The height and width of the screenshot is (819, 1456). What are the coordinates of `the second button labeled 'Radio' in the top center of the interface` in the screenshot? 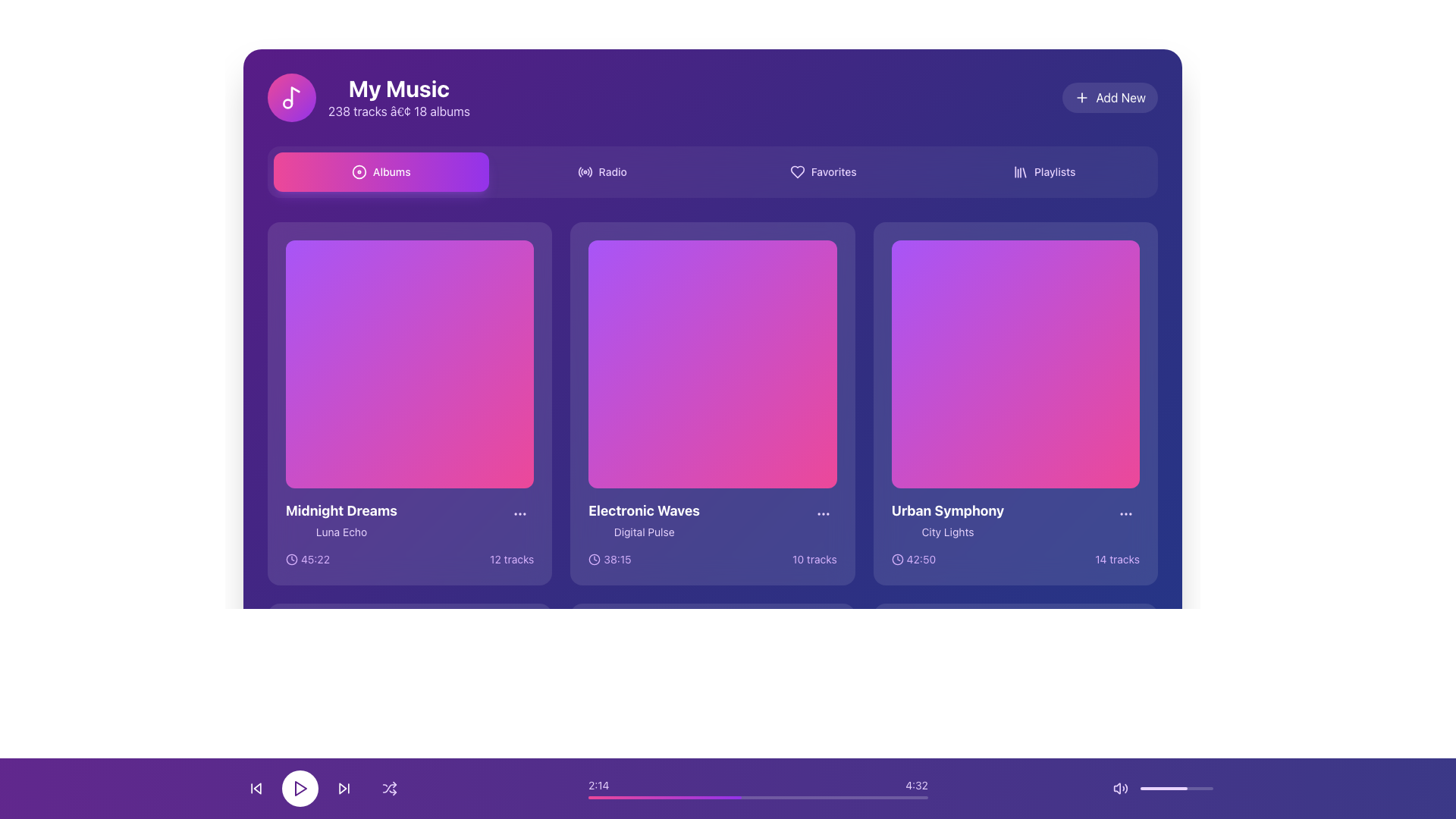 It's located at (601, 171).